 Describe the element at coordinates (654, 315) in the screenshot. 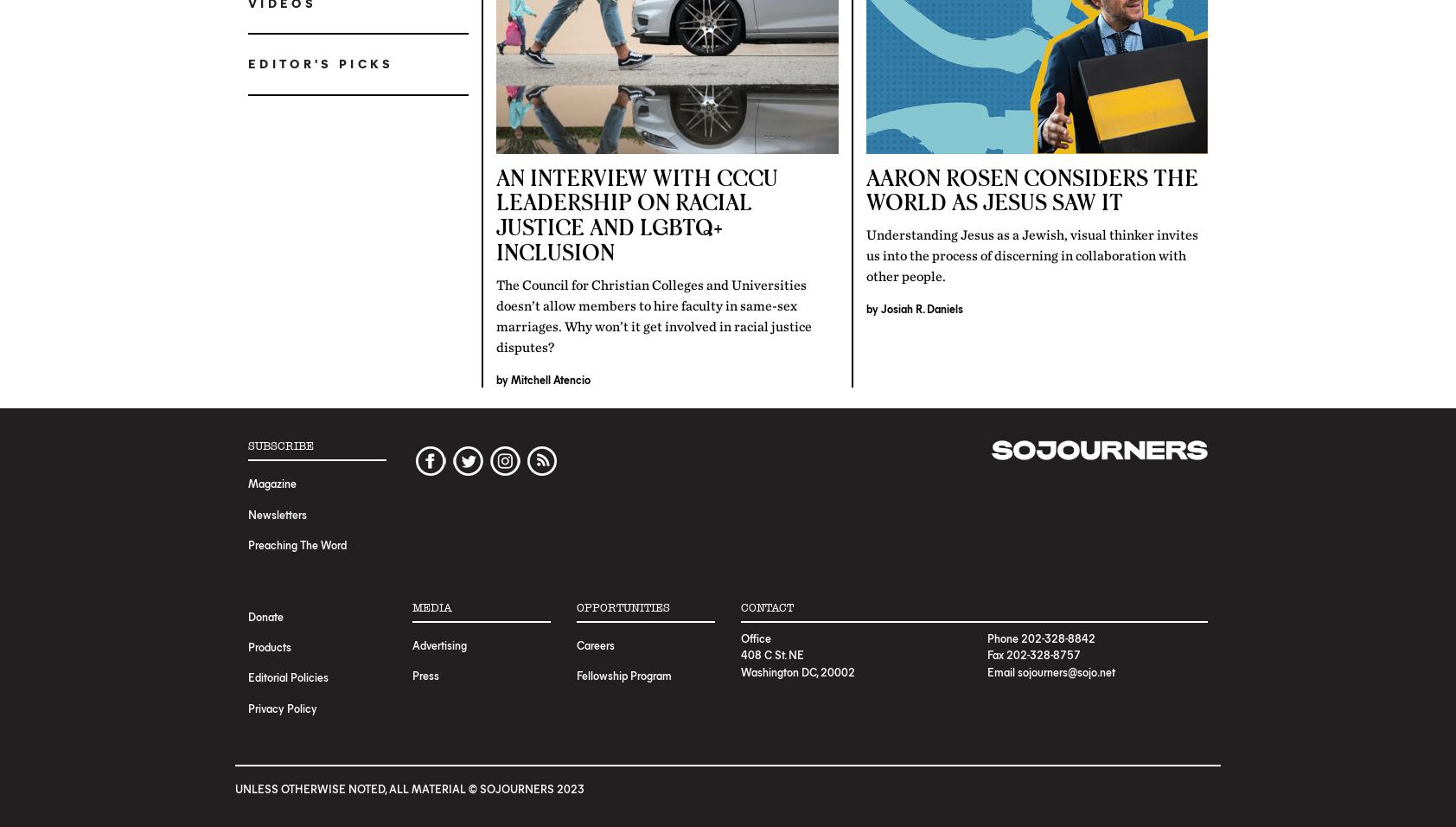

I see `'The Council for Christian Colleges and Universities doesn’t allow members to hire faculty in same-sex marriages. Why won’t it get involved in racial justice disputes?'` at that location.